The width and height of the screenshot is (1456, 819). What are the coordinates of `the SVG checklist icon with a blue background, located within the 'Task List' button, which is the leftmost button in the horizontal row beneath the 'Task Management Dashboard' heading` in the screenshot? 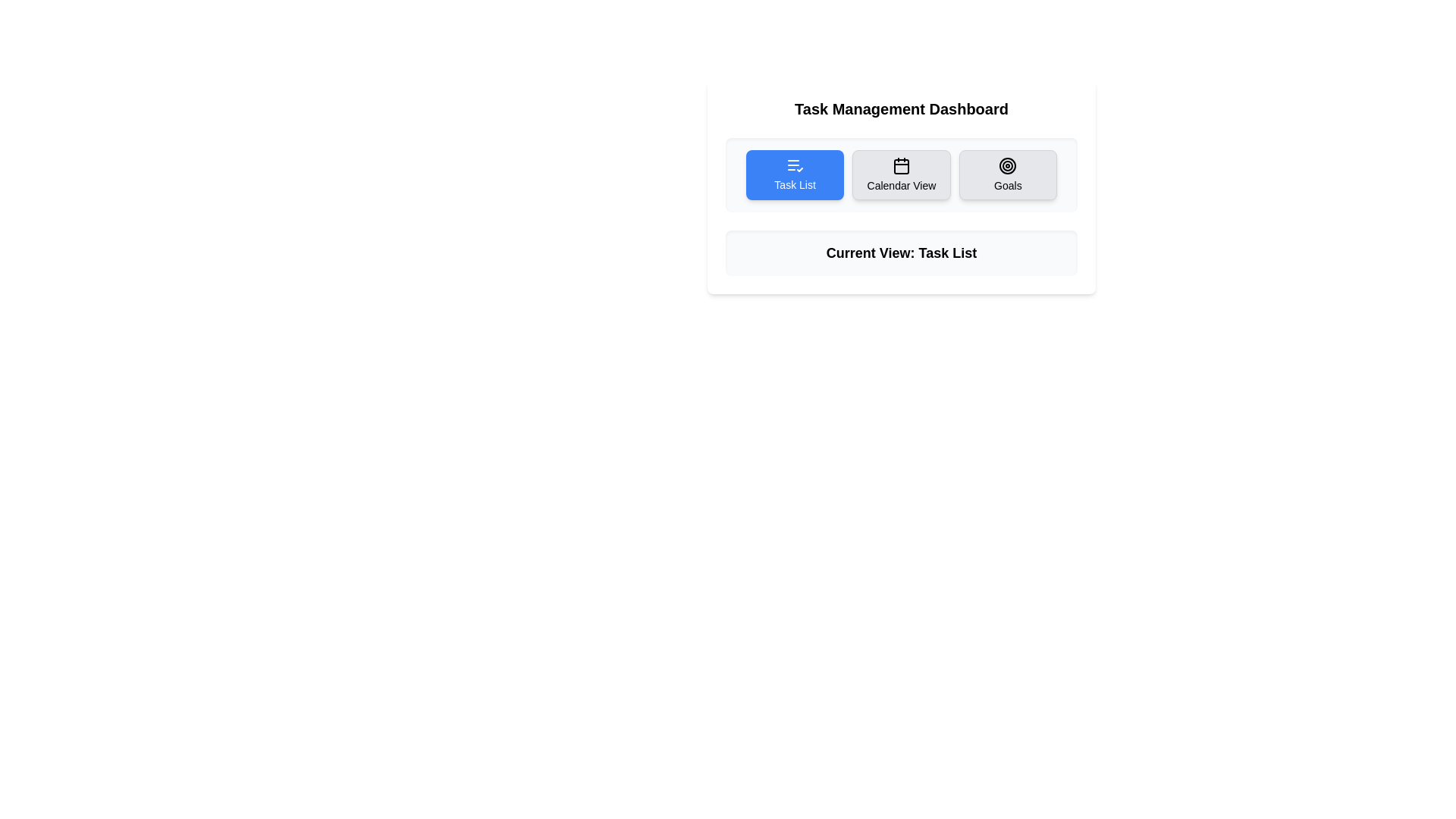 It's located at (794, 165).